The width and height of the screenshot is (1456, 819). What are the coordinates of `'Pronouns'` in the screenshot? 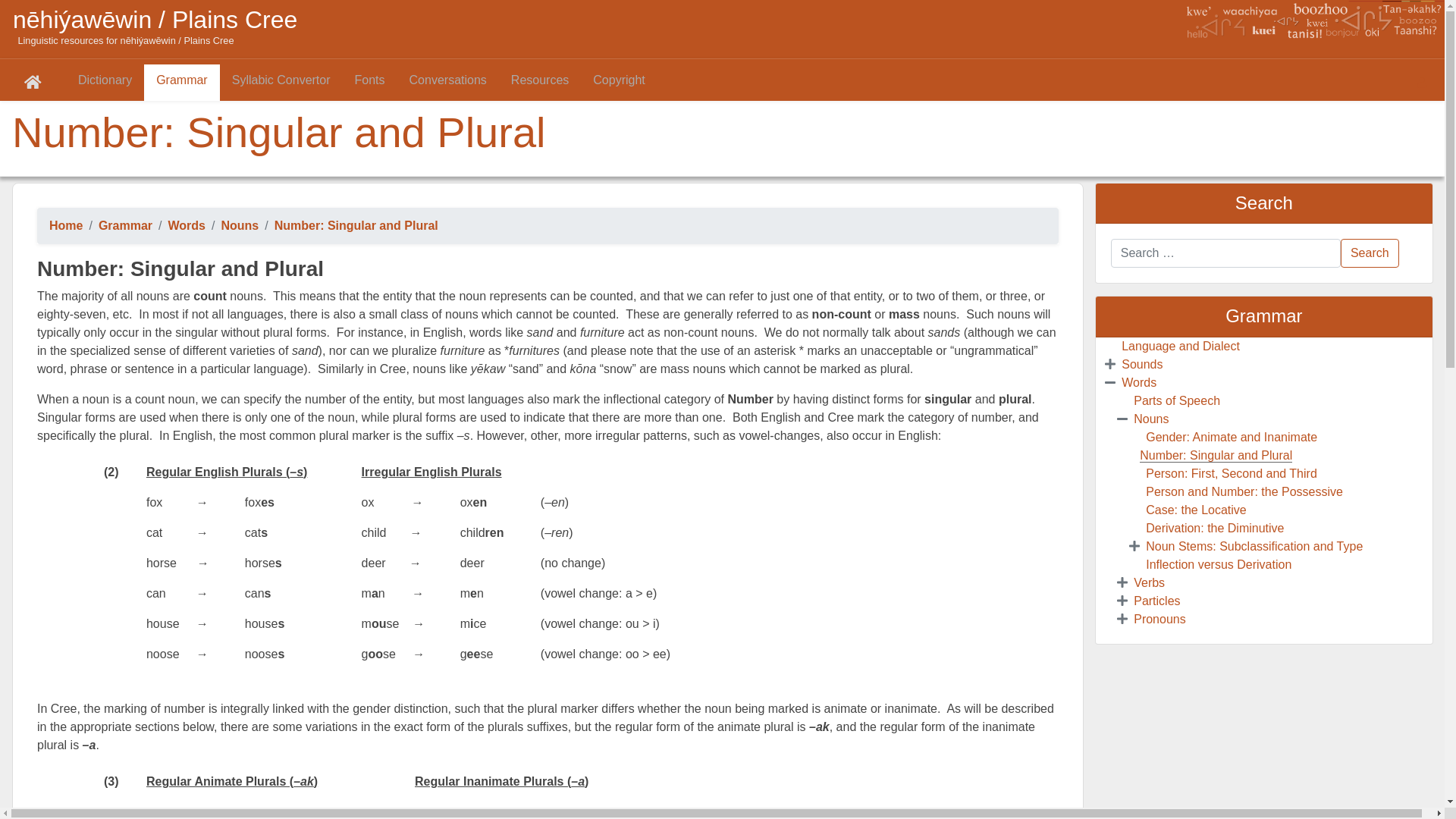 It's located at (1159, 619).